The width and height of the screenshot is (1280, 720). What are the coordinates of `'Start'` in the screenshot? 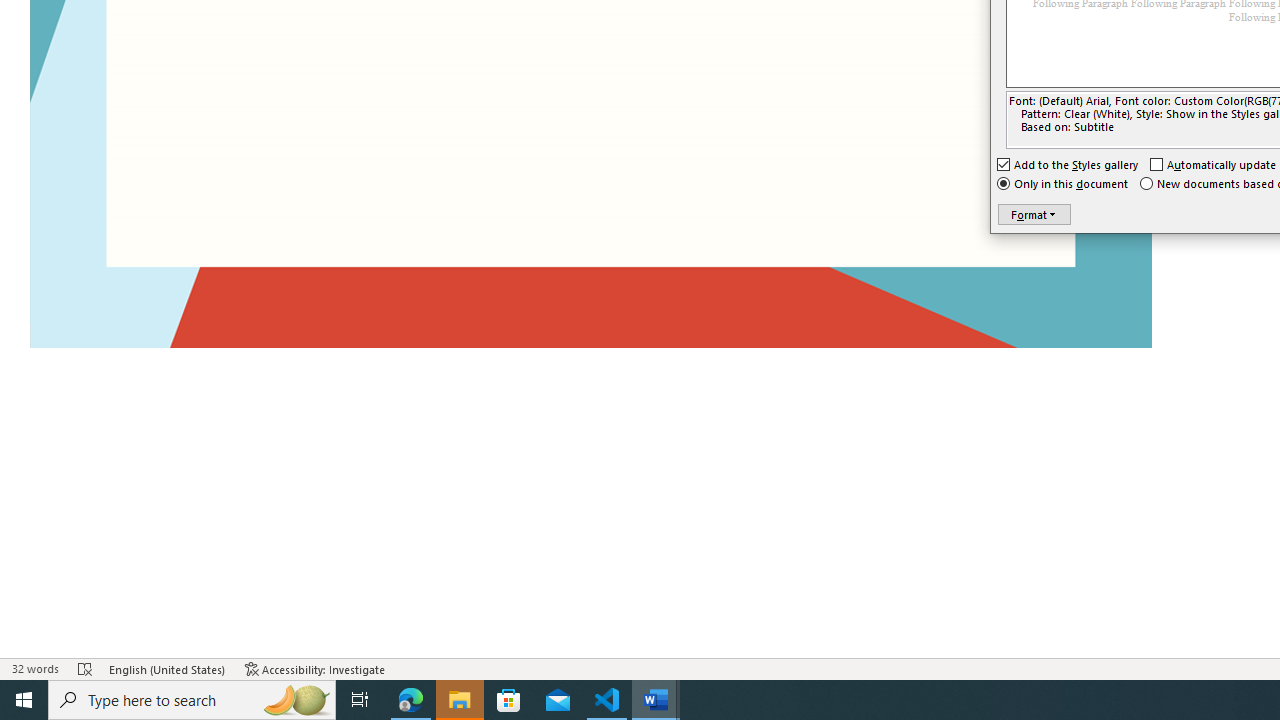 It's located at (24, 698).